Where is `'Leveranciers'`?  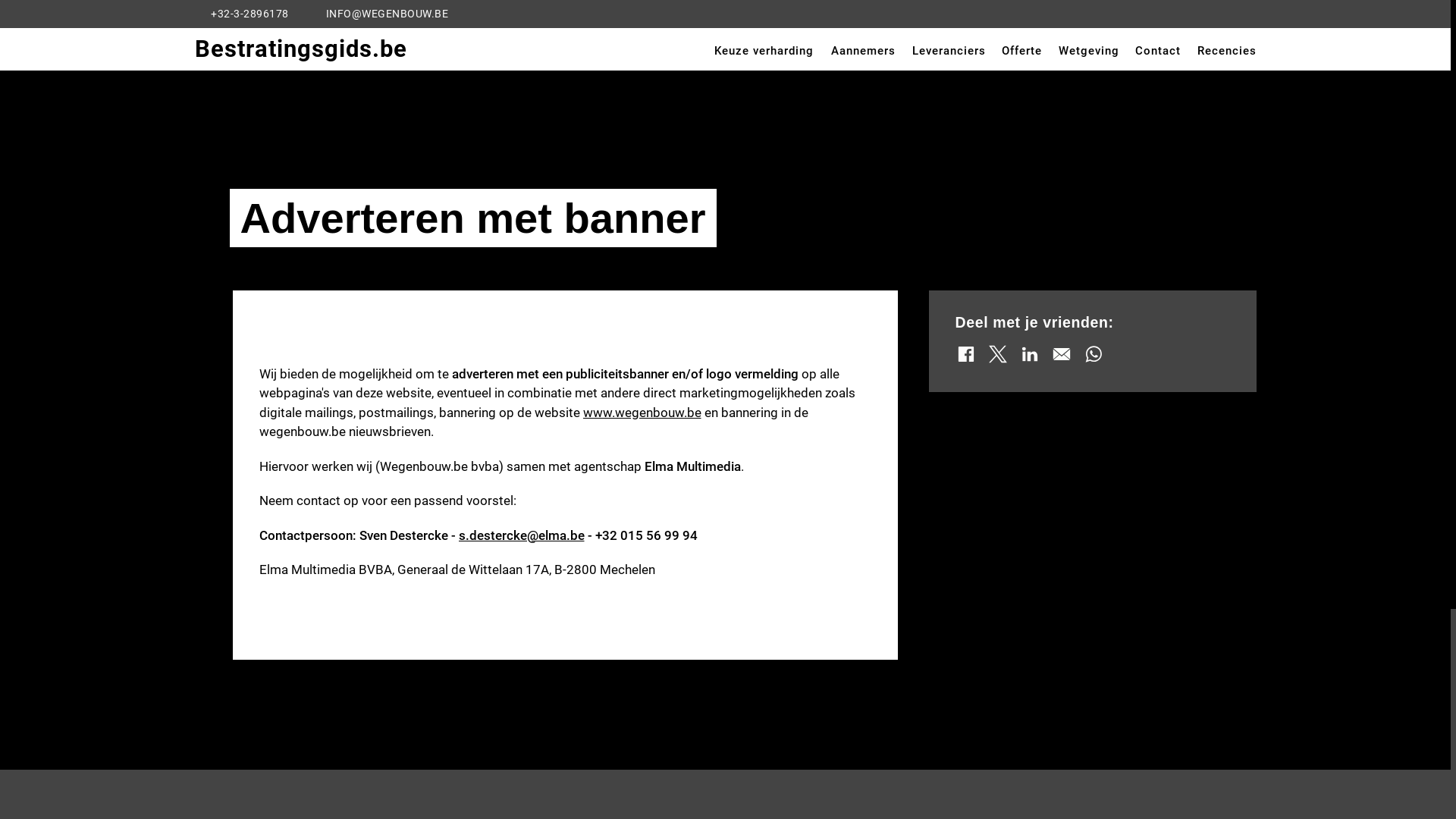 'Leveranciers' is located at coordinates (948, 52).